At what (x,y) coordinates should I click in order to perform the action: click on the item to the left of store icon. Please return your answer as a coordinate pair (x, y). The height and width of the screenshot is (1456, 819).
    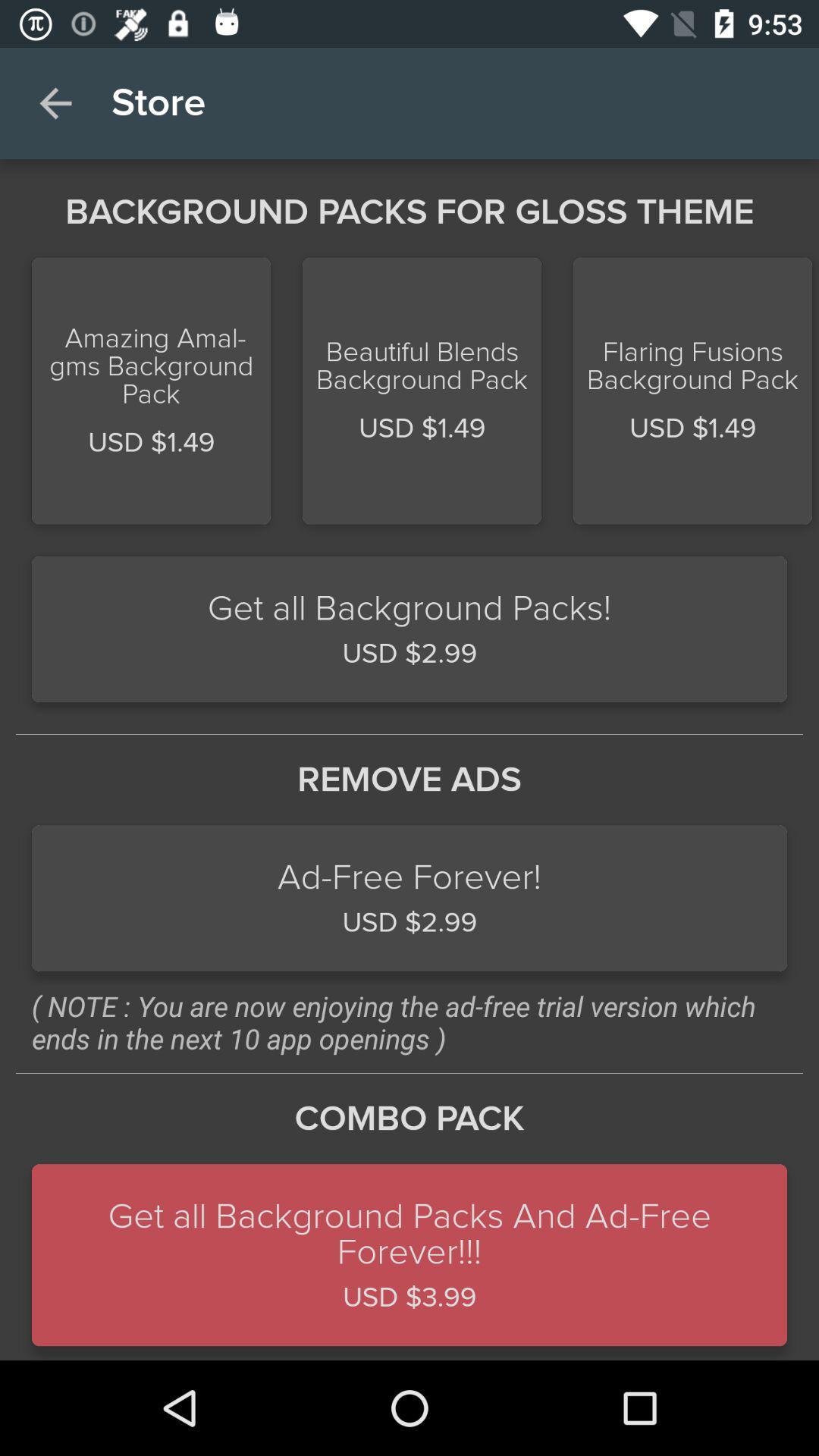
    Looking at the image, I should click on (55, 102).